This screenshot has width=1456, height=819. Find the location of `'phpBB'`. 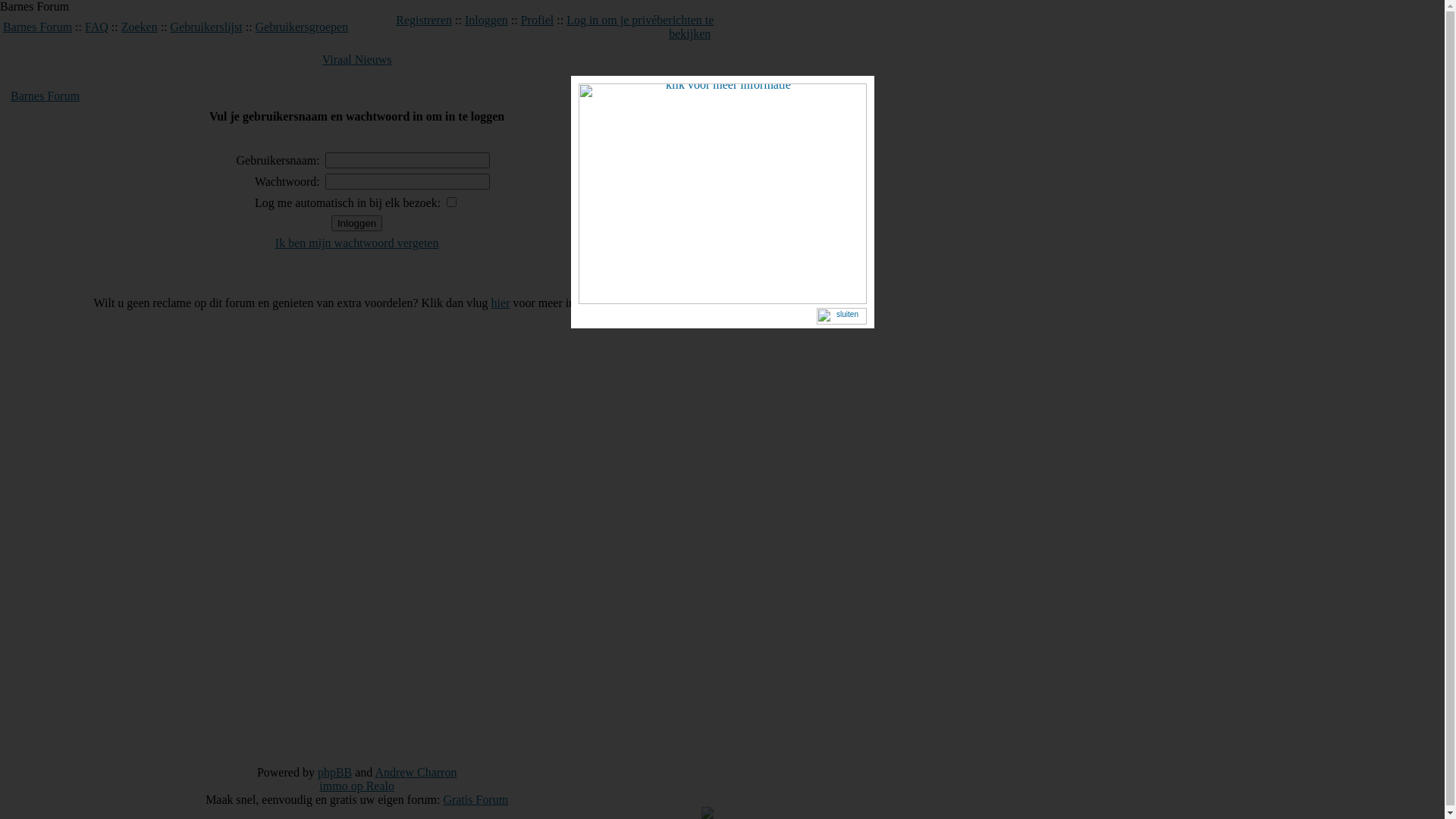

'phpBB' is located at coordinates (334, 772).